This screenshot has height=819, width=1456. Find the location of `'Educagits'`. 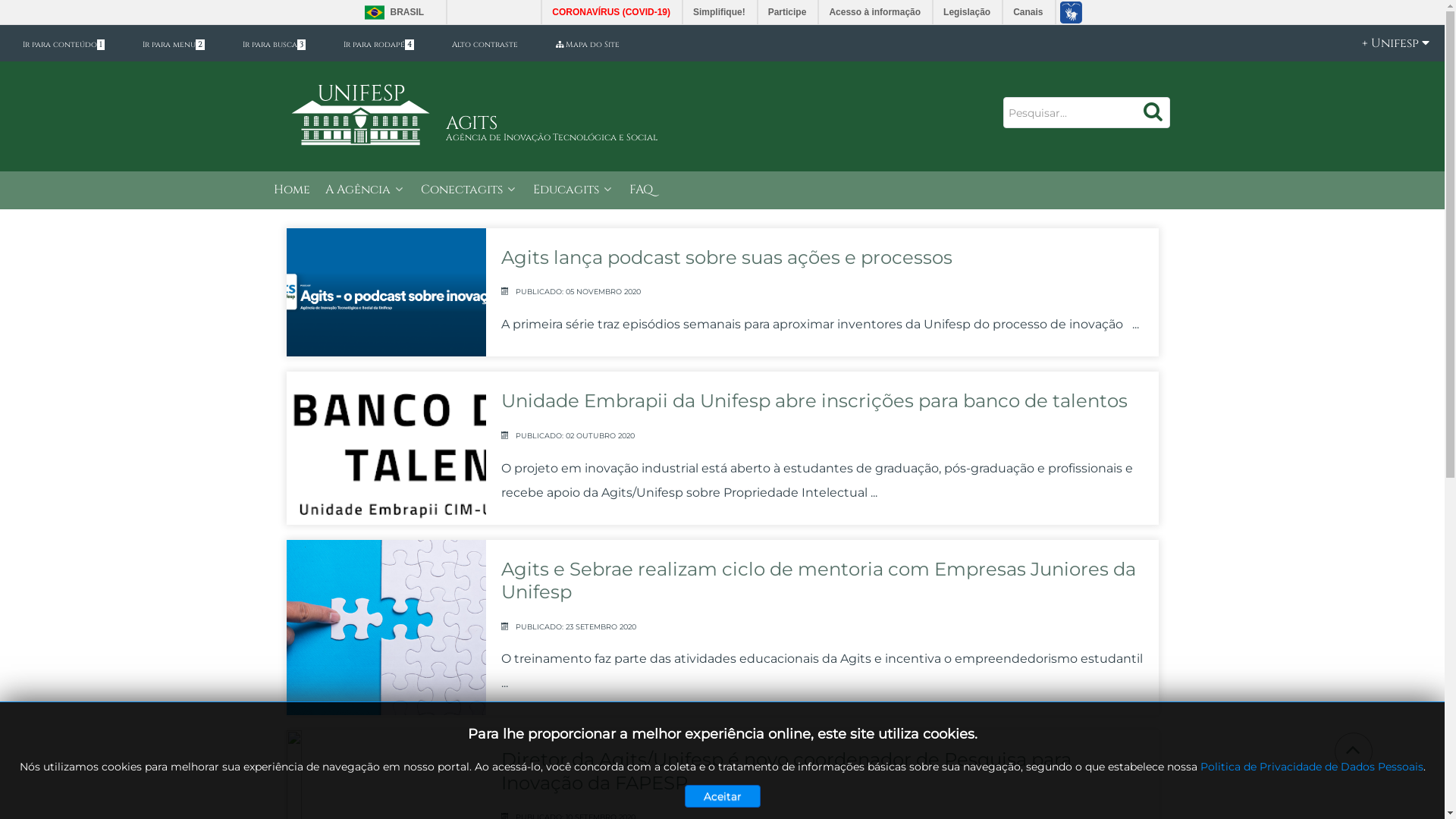

'Educagits' is located at coordinates (572, 190).